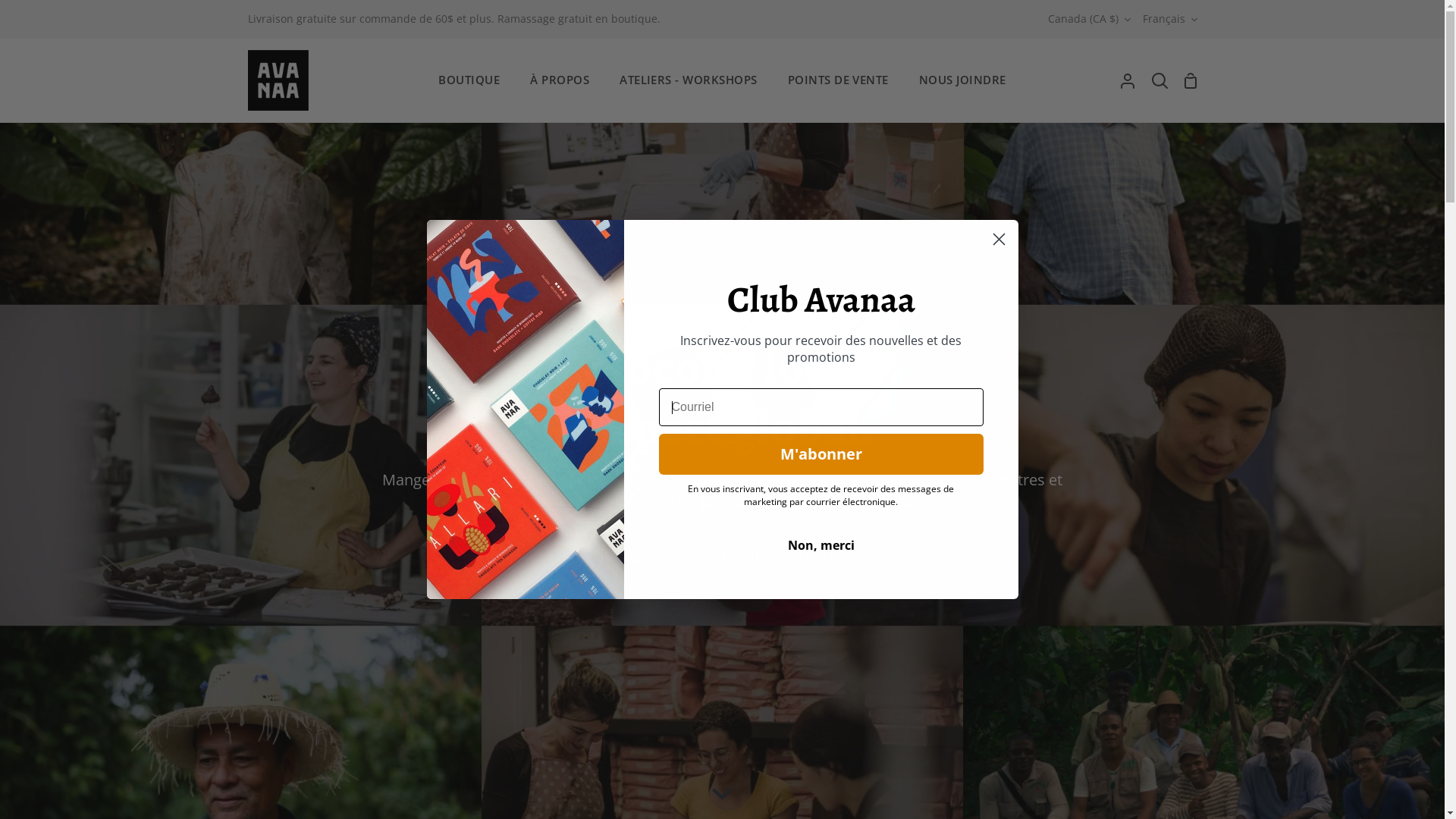 The height and width of the screenshot is (819, 1456). I want to click on 'Non, merci', so click(819, 544).